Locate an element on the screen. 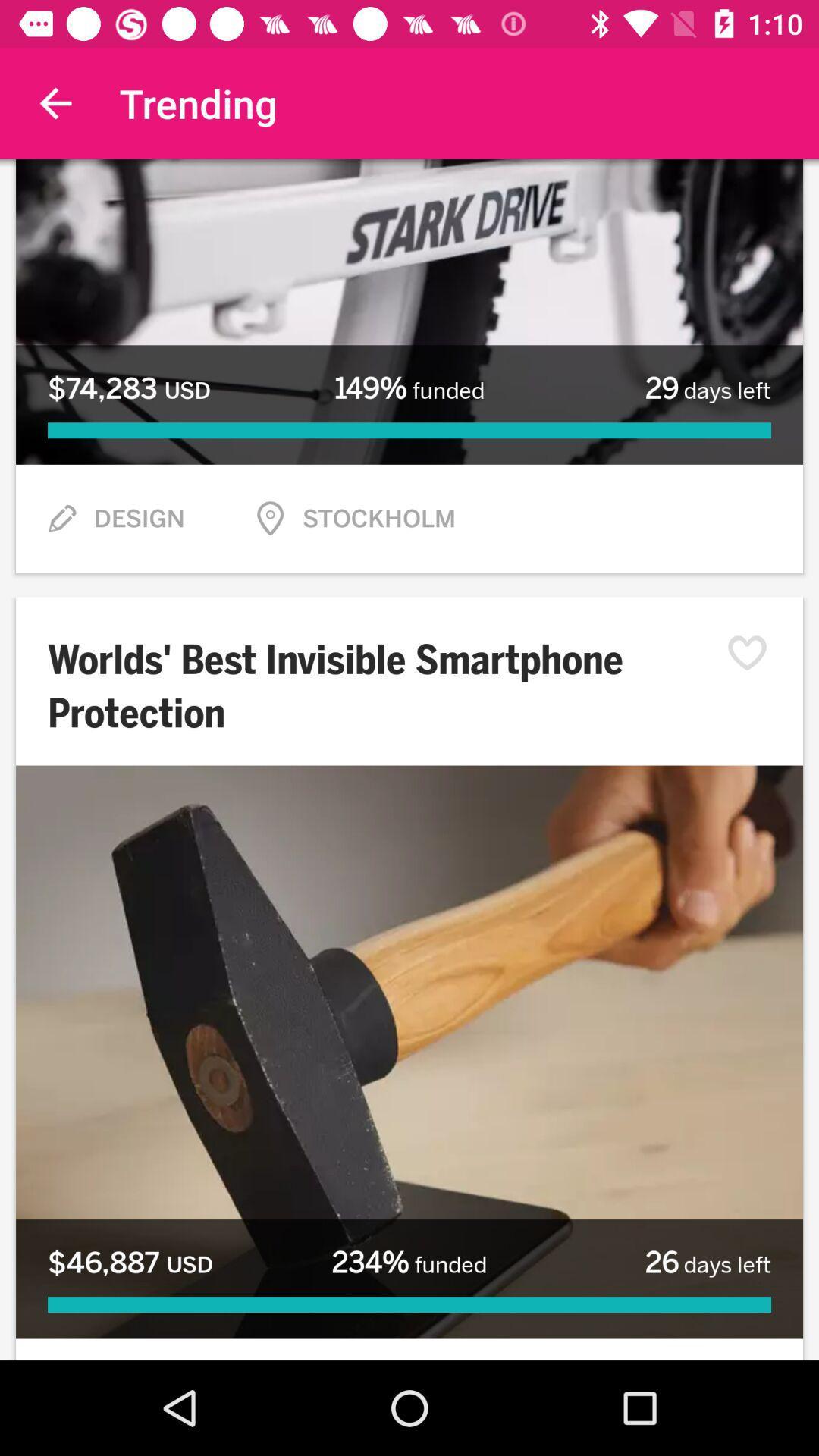  icon at the bottom left corner is located at coordinates (129, 1263).